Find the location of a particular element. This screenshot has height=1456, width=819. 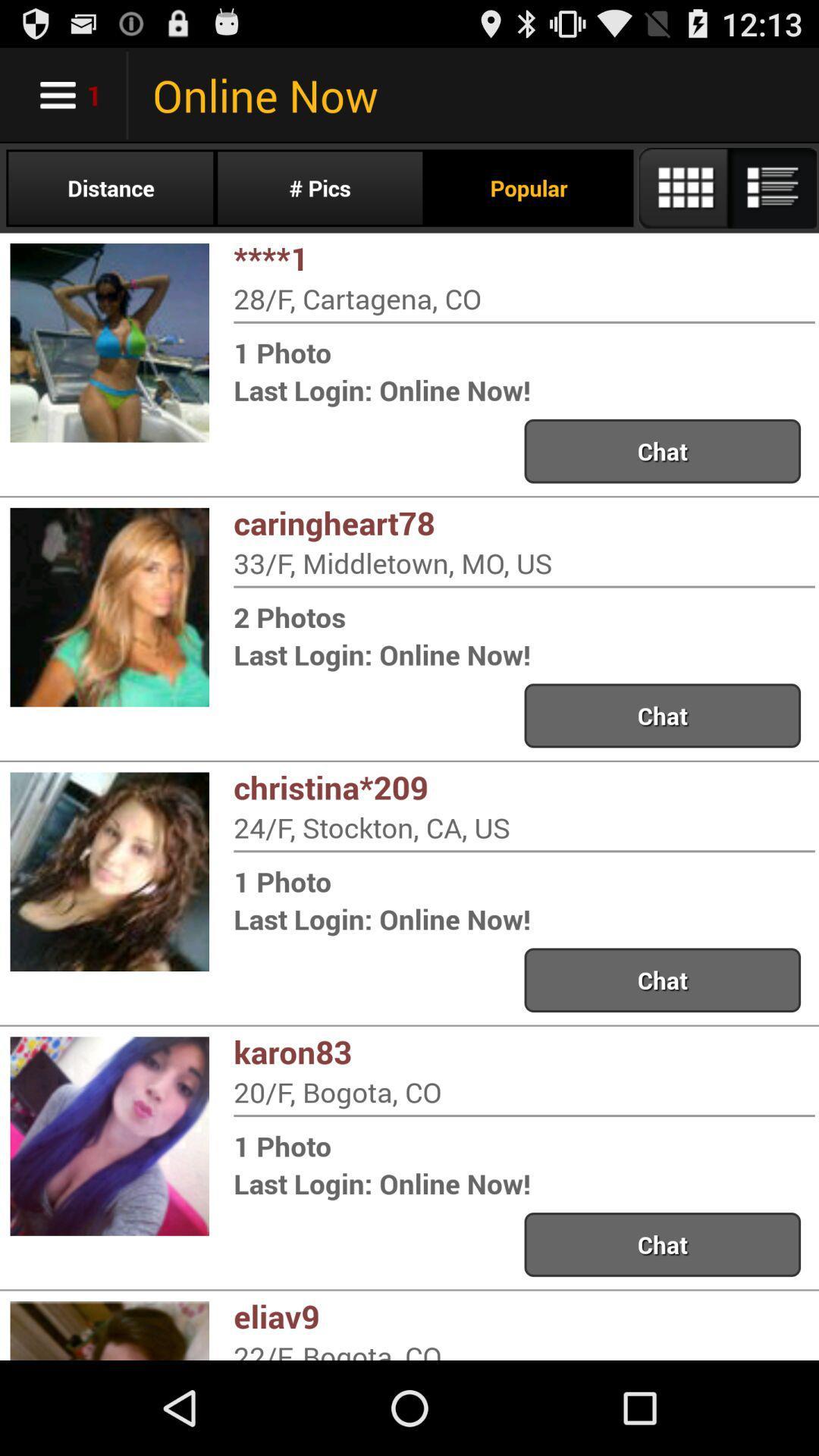

a first image which is below distance is located at coordinates (109, 342).